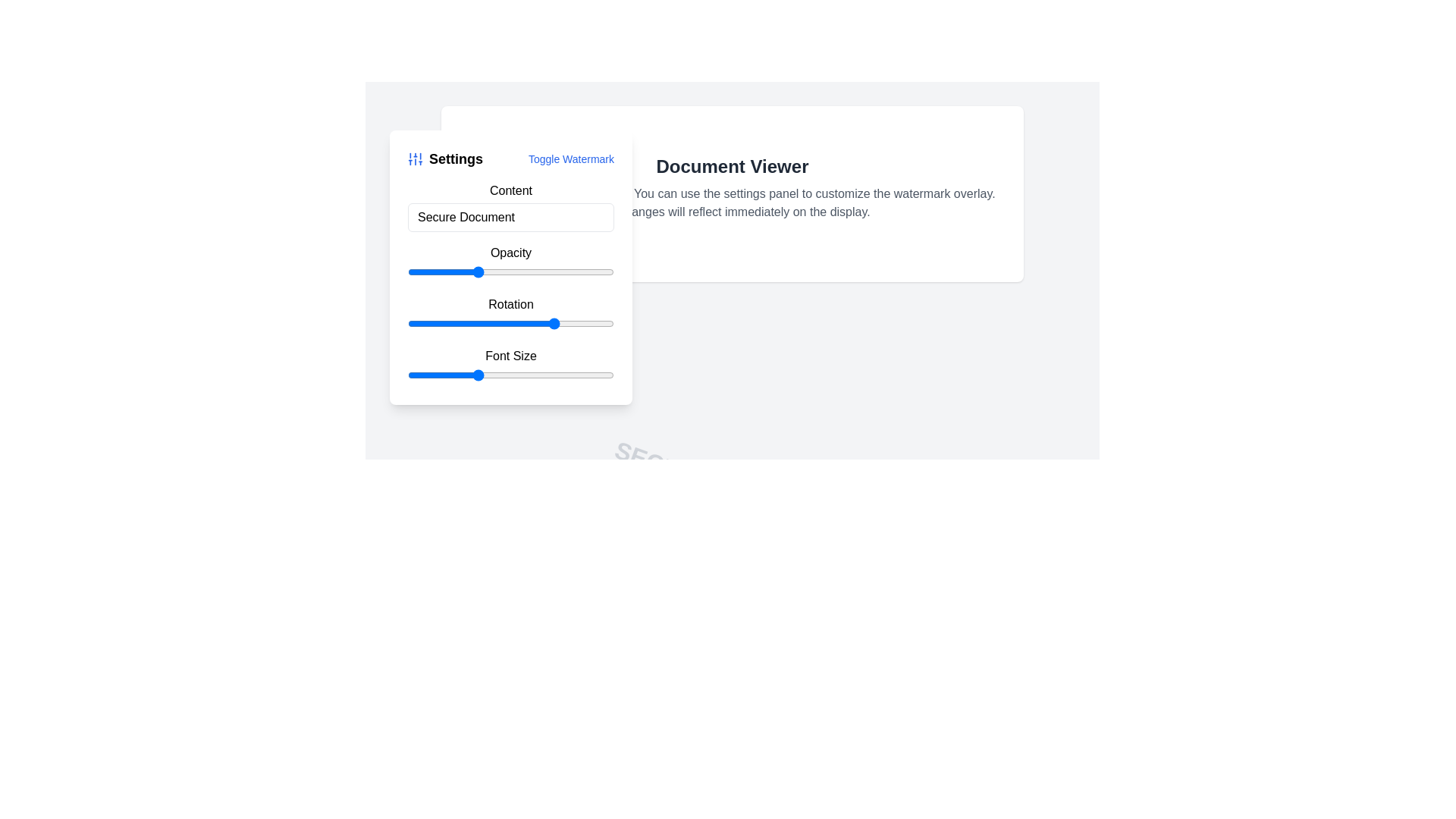 This screenshot has width=1456, height=819. I want to click on rotation, so click(527, 323).